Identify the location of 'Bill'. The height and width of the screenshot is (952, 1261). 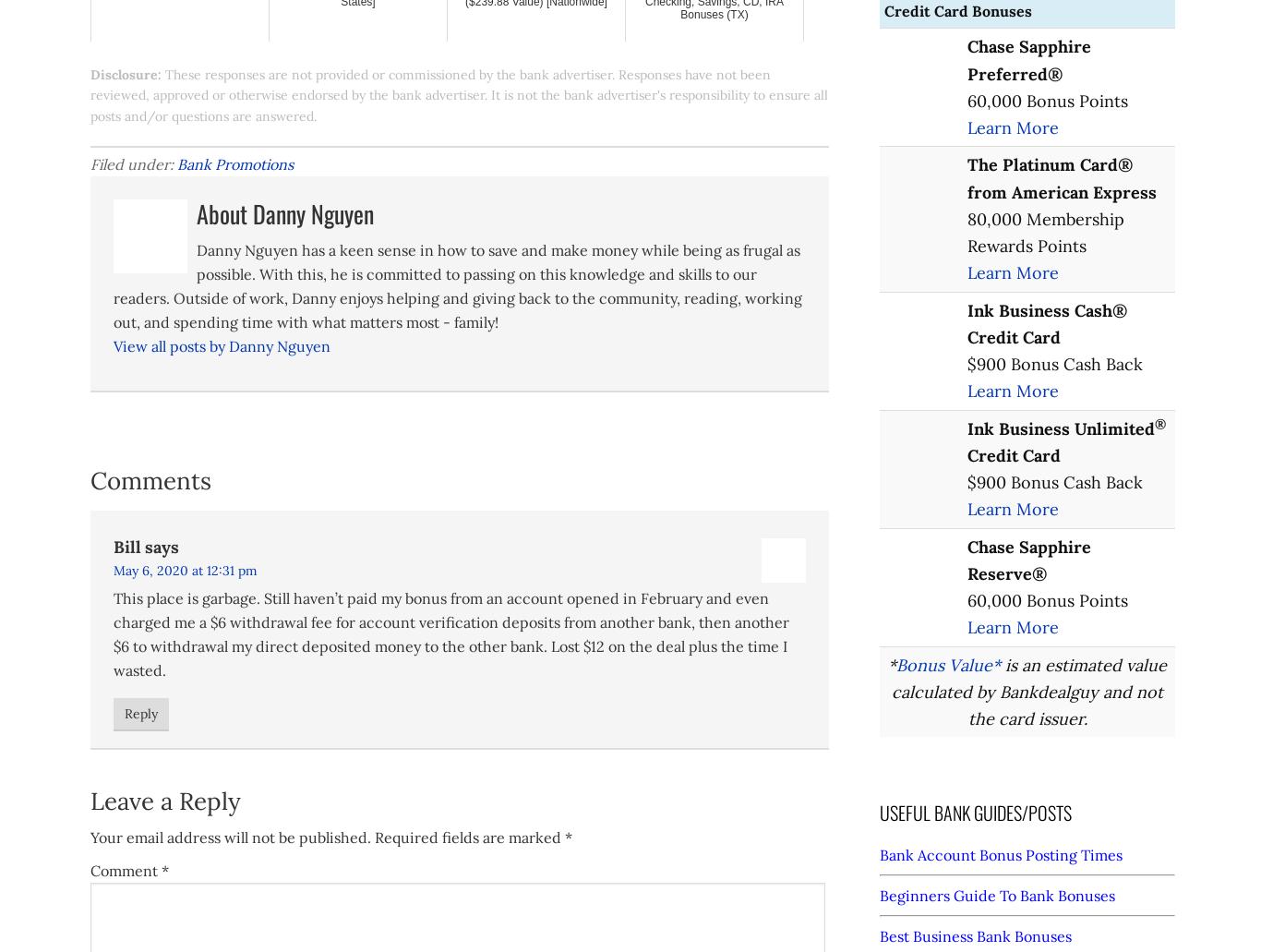
(126, 545).